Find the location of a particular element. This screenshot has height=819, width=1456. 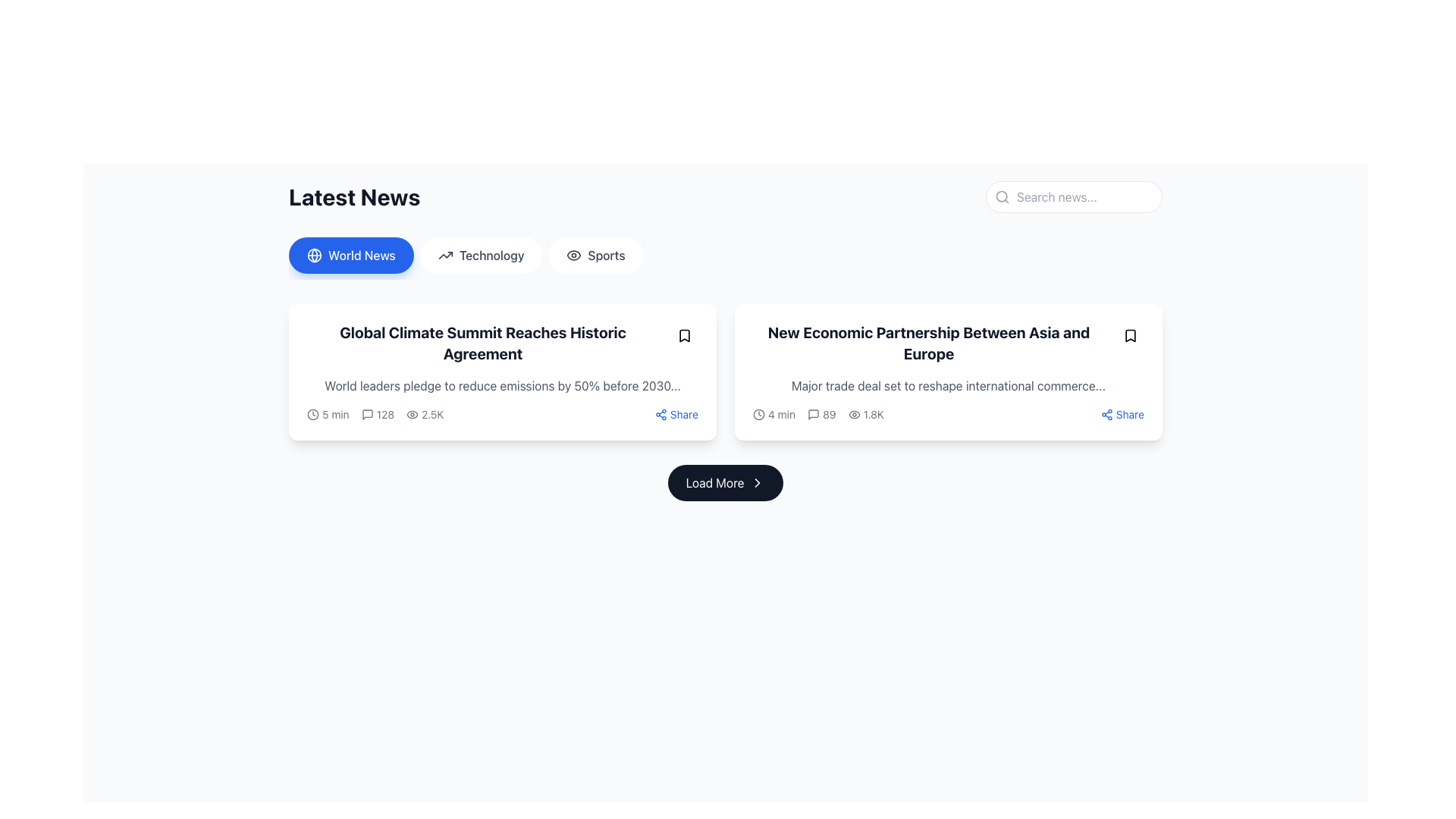

the speech bubble icon that displays the number of comments associated with the news article titled 'Global Climate Summit Reaches Historic Agreement', located between the '5 min' element and the '2.5K' element is located at coordinates (375, 415).